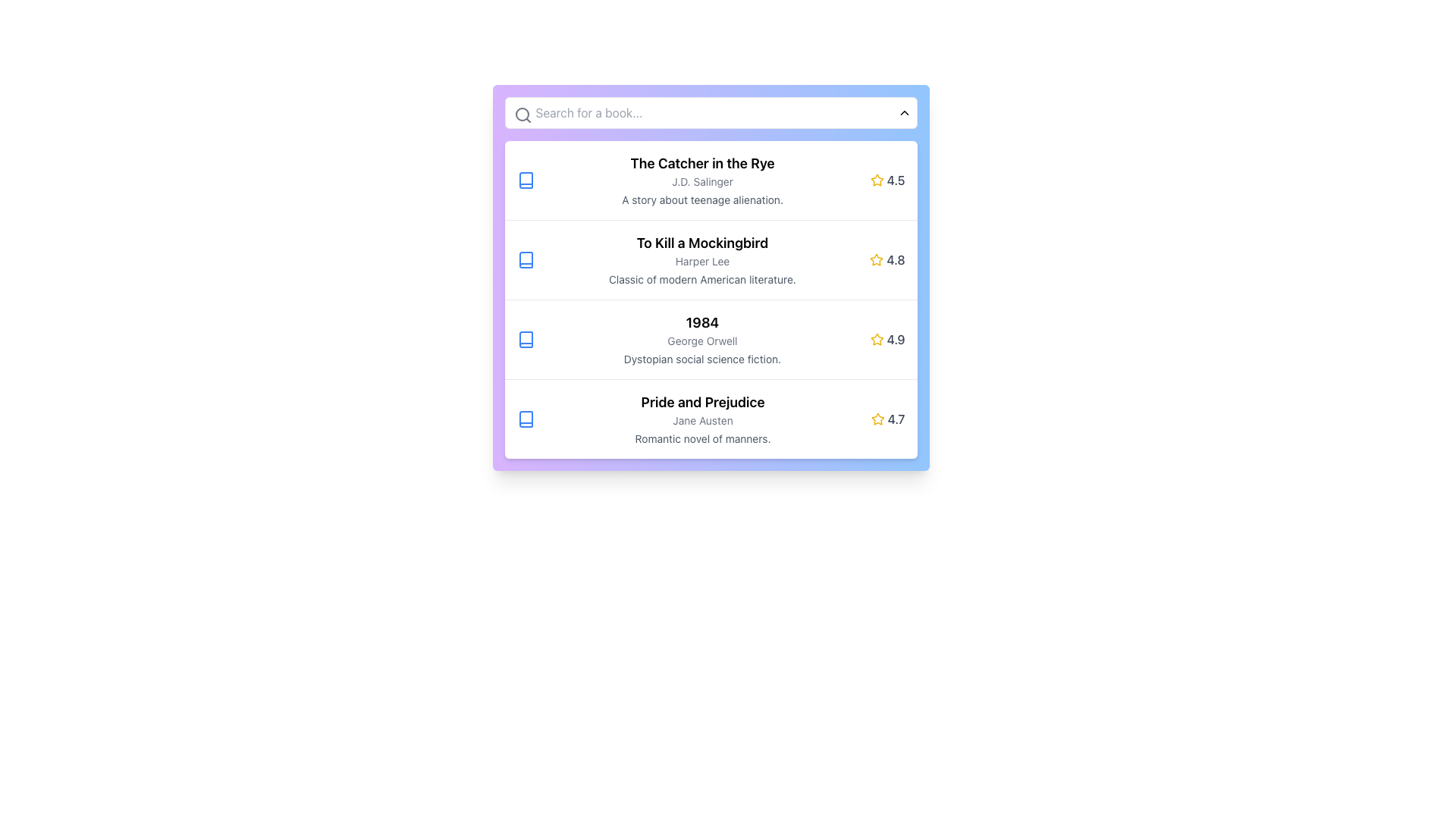 The width and height of the screenshot is (1456, 819). I want to click on the first list item containing details about the book 'The Catcher in the Rye', which includes the title in bold, author in gray, and a star rating of '4.5', so click(710, 180).